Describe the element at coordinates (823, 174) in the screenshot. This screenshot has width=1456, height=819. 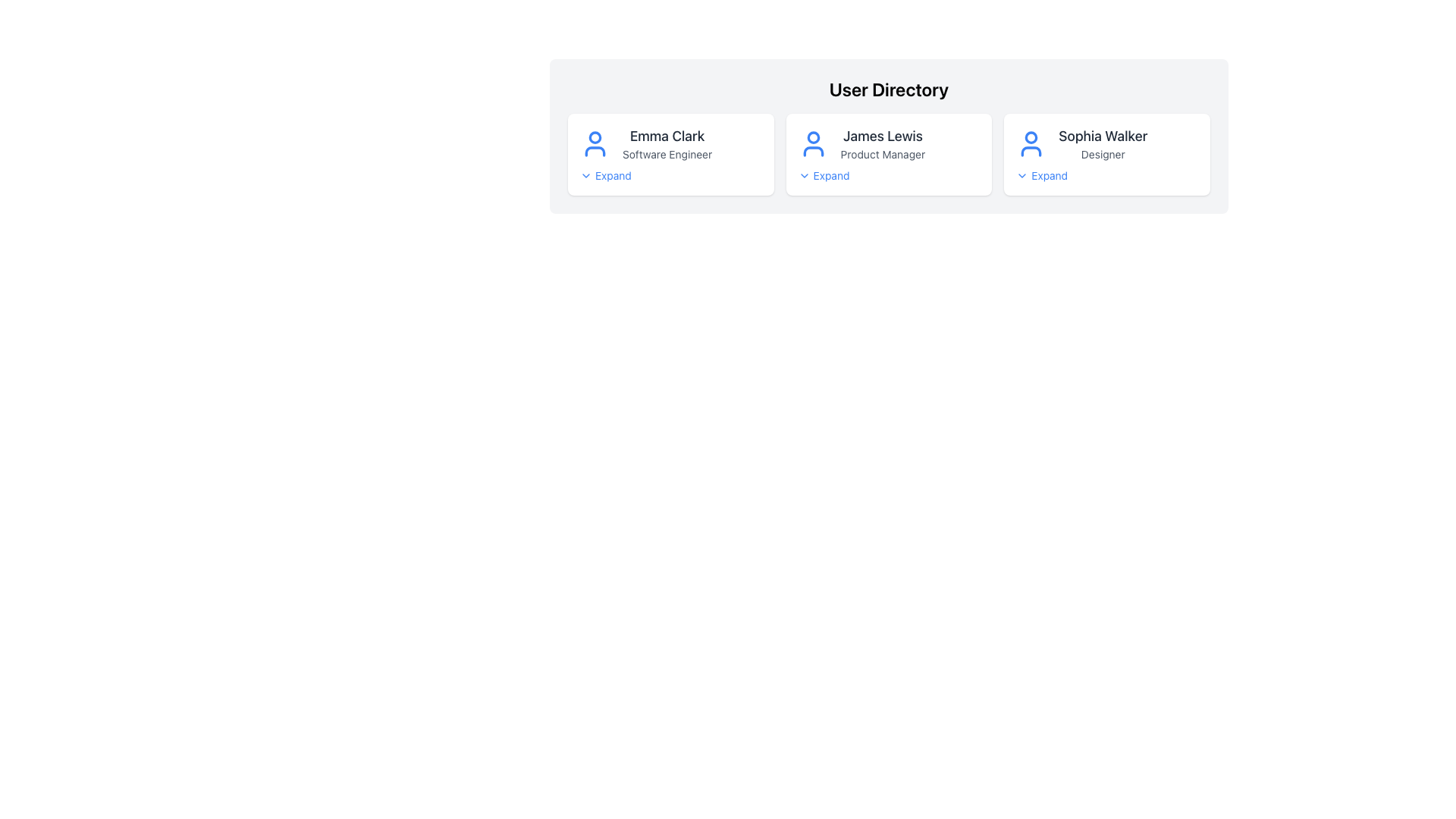
I see `the button located at the bottom of the 'James Lewis' card to interact with it` at that location.